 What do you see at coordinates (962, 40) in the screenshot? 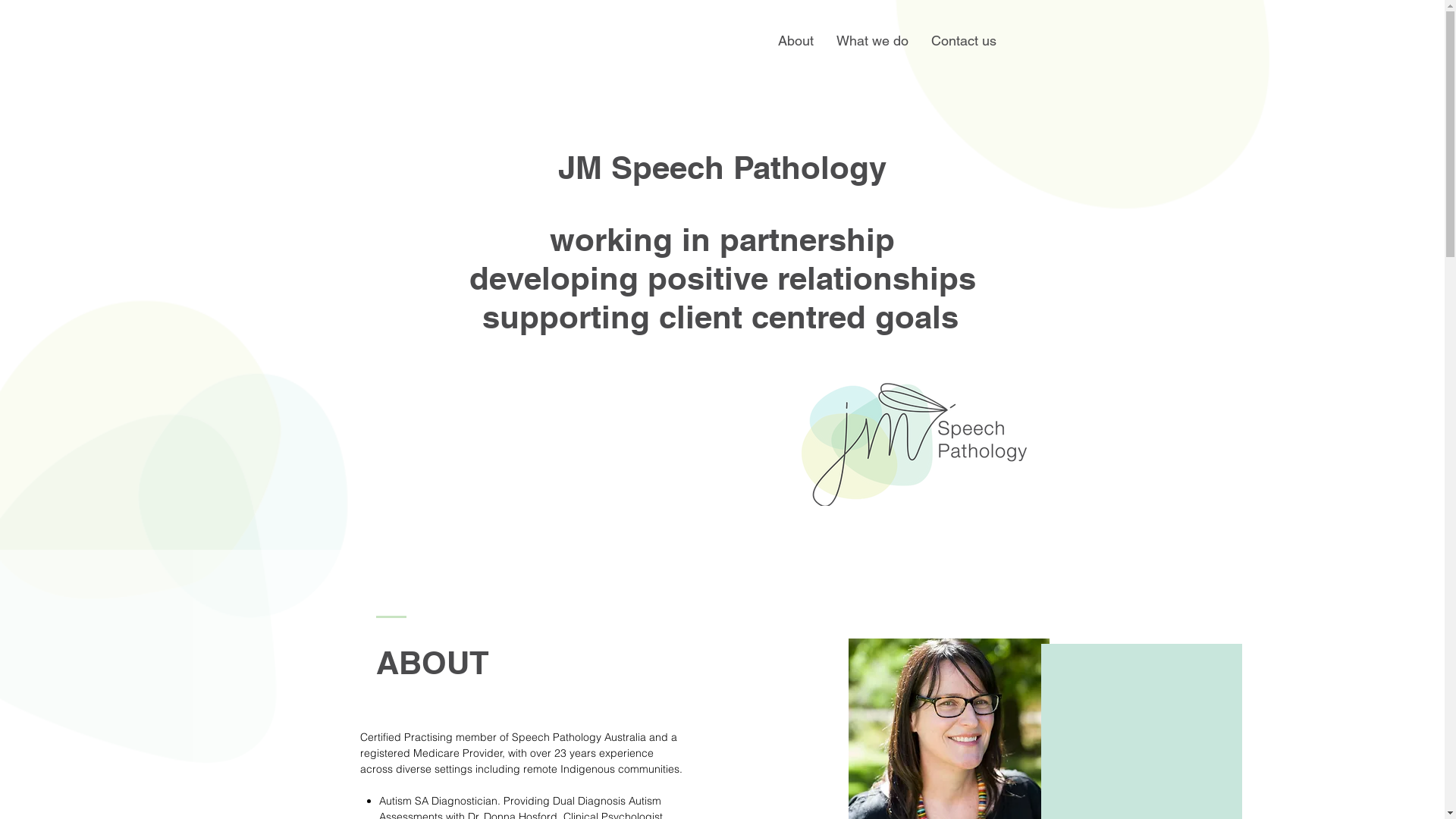
I see `'Contact us'` at bounding box center [962, 40].